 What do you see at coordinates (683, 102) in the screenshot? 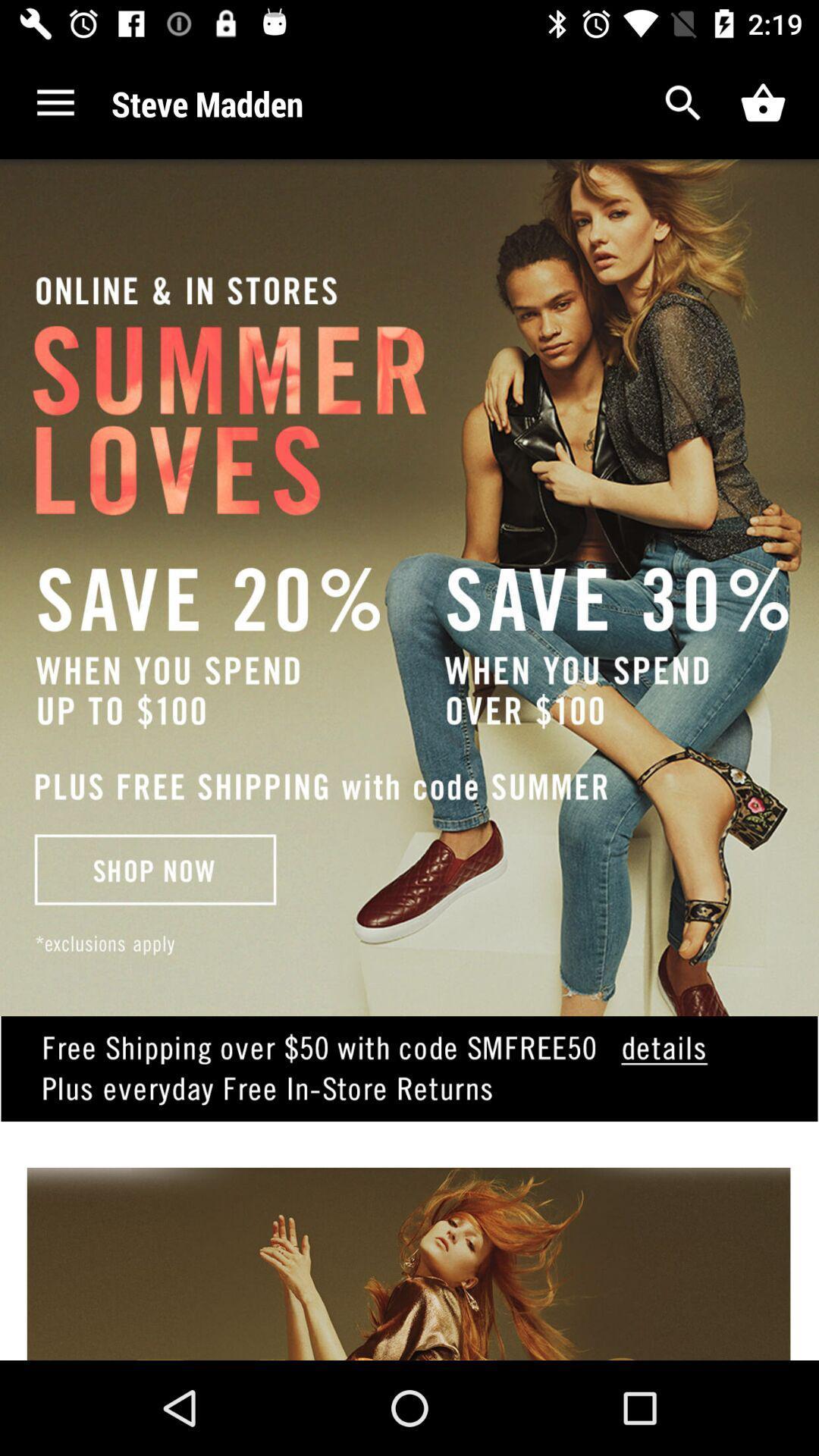
I see `search icon` at bounding box center [683, 102].